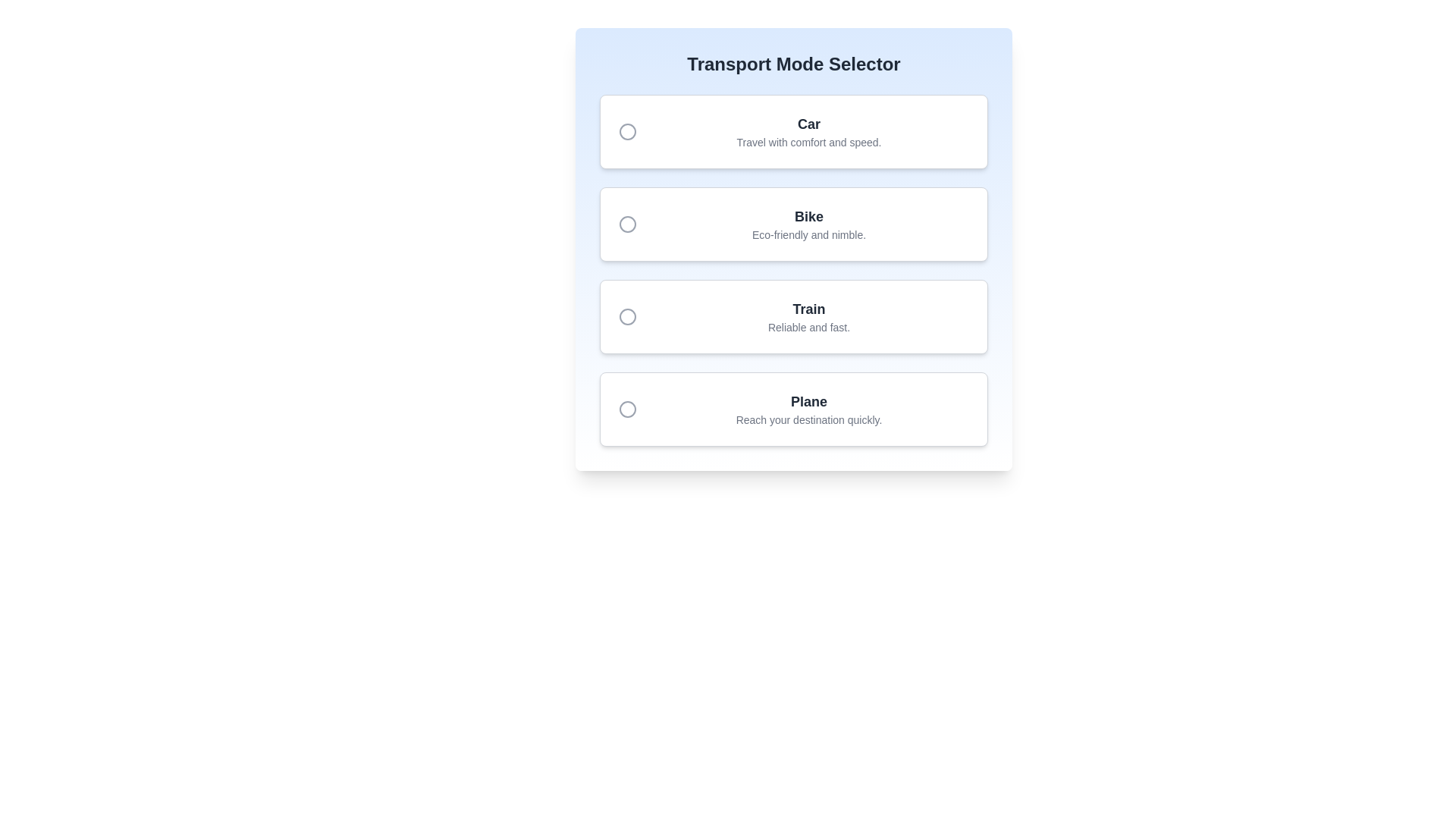 Image resolution: width=1456 pixels, height=819 pixels. Describe the element at coordinates (808, 309) in the screenshot. I see `the text label that identifies the transport option as 'Train' in the Transport Mode Selector interface` at that location.